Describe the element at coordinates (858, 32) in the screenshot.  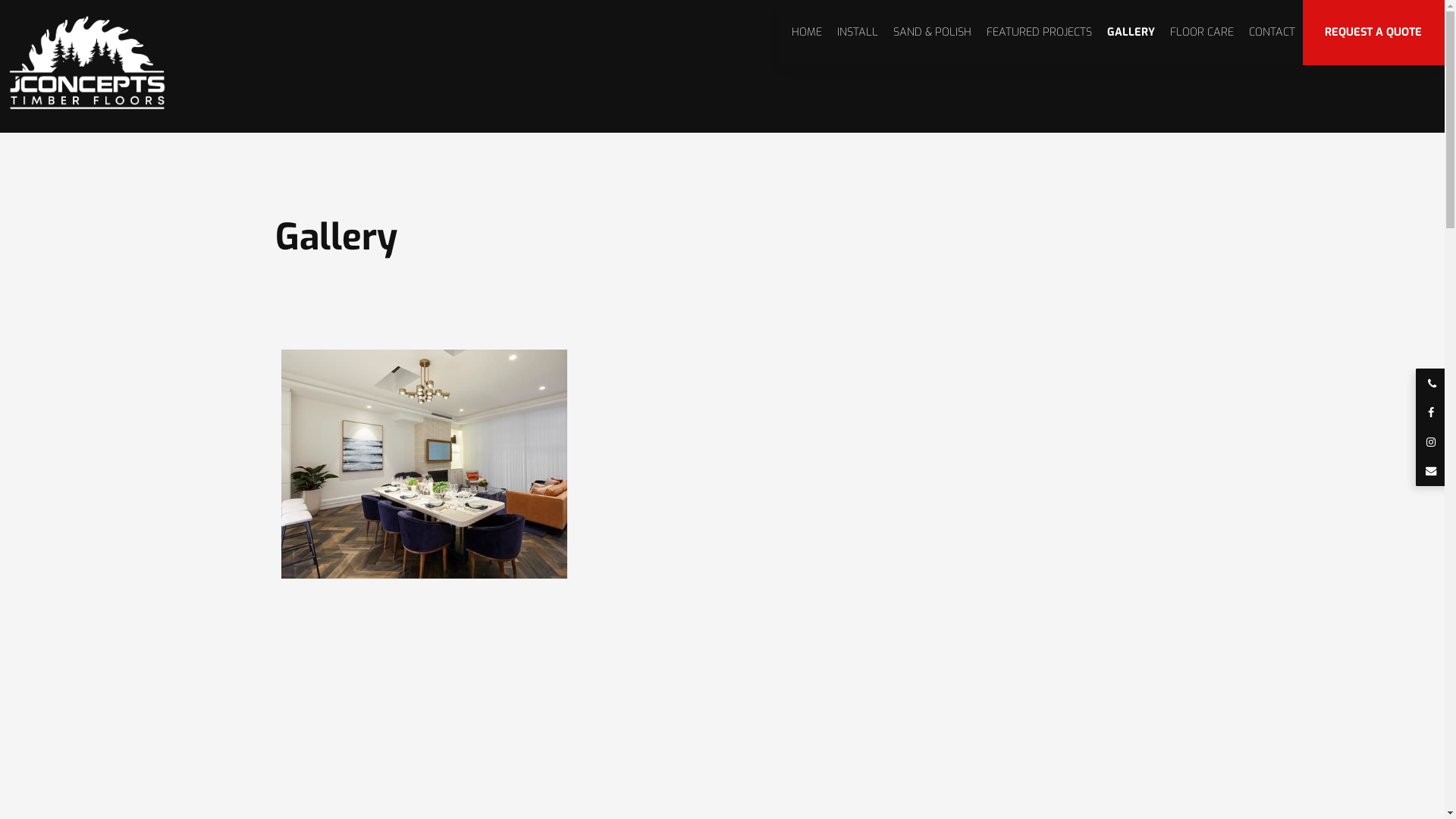
I see `'INSTALL'` at that location.